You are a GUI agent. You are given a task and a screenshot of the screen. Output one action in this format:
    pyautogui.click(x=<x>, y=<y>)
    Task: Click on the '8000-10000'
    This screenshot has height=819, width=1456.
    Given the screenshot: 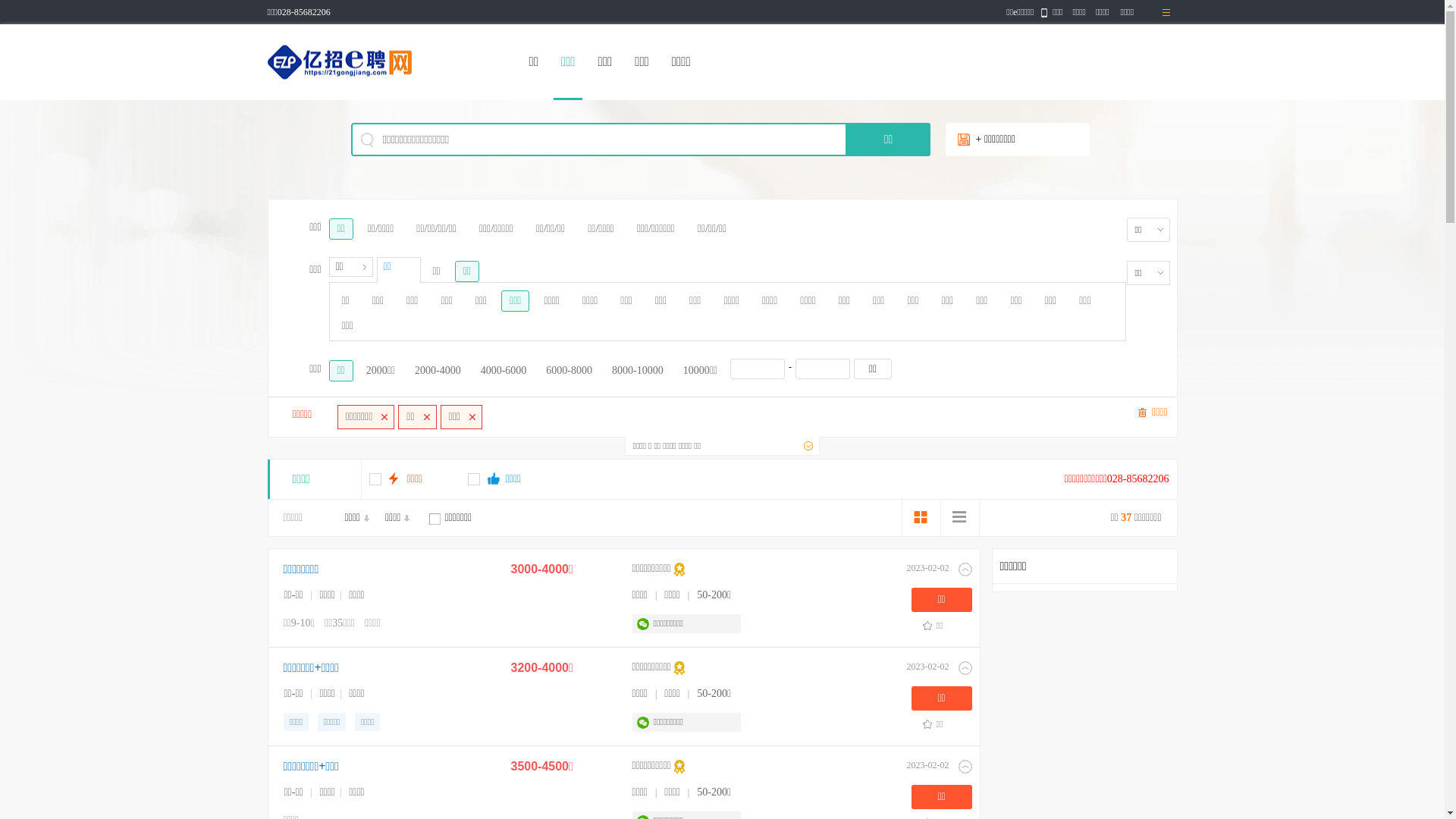 What is the action you would take?
    pyautogui.click(x=637, y=371)
    